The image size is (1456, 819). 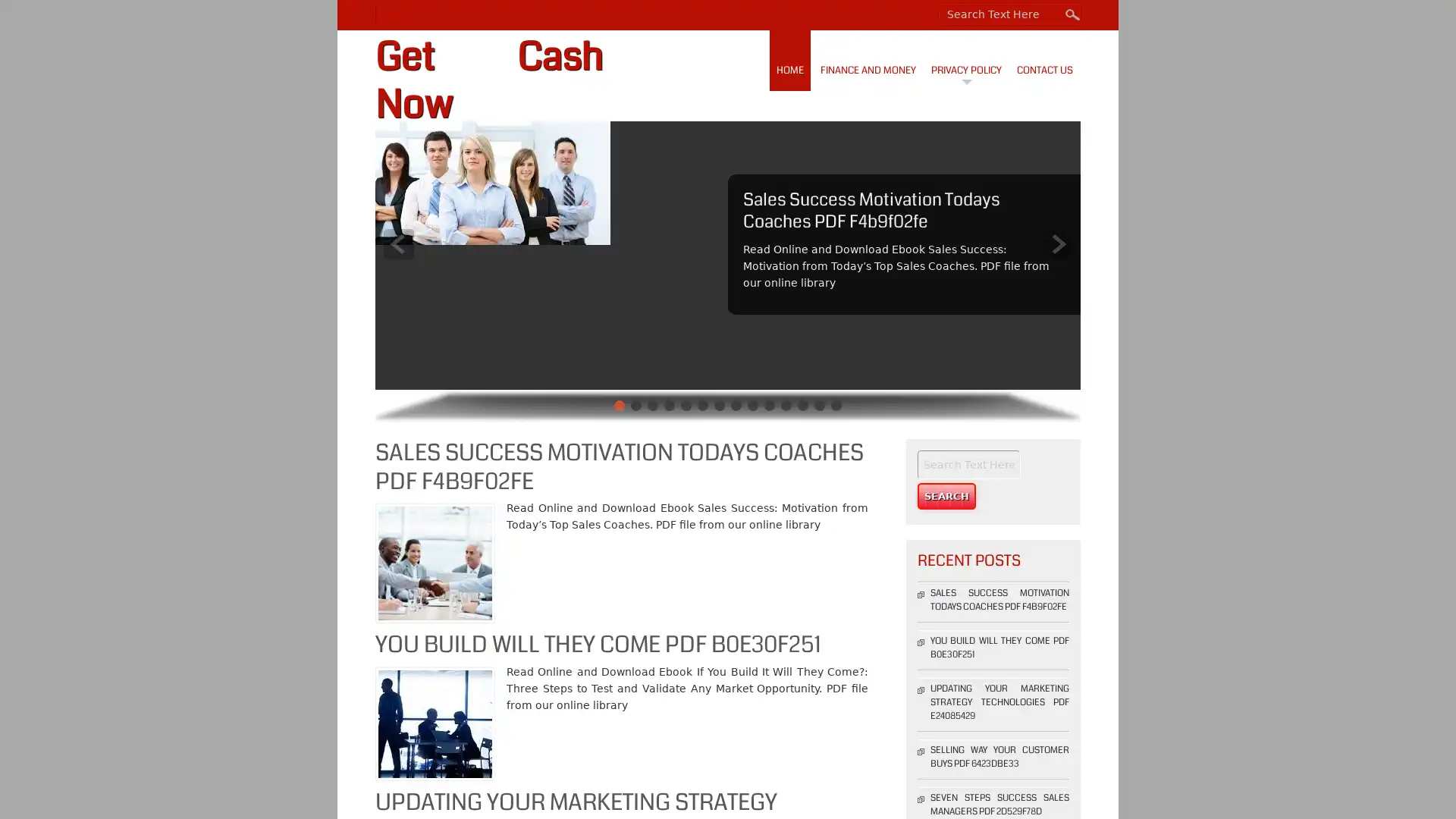 I want to click on Search, so click(x=946, y=496).